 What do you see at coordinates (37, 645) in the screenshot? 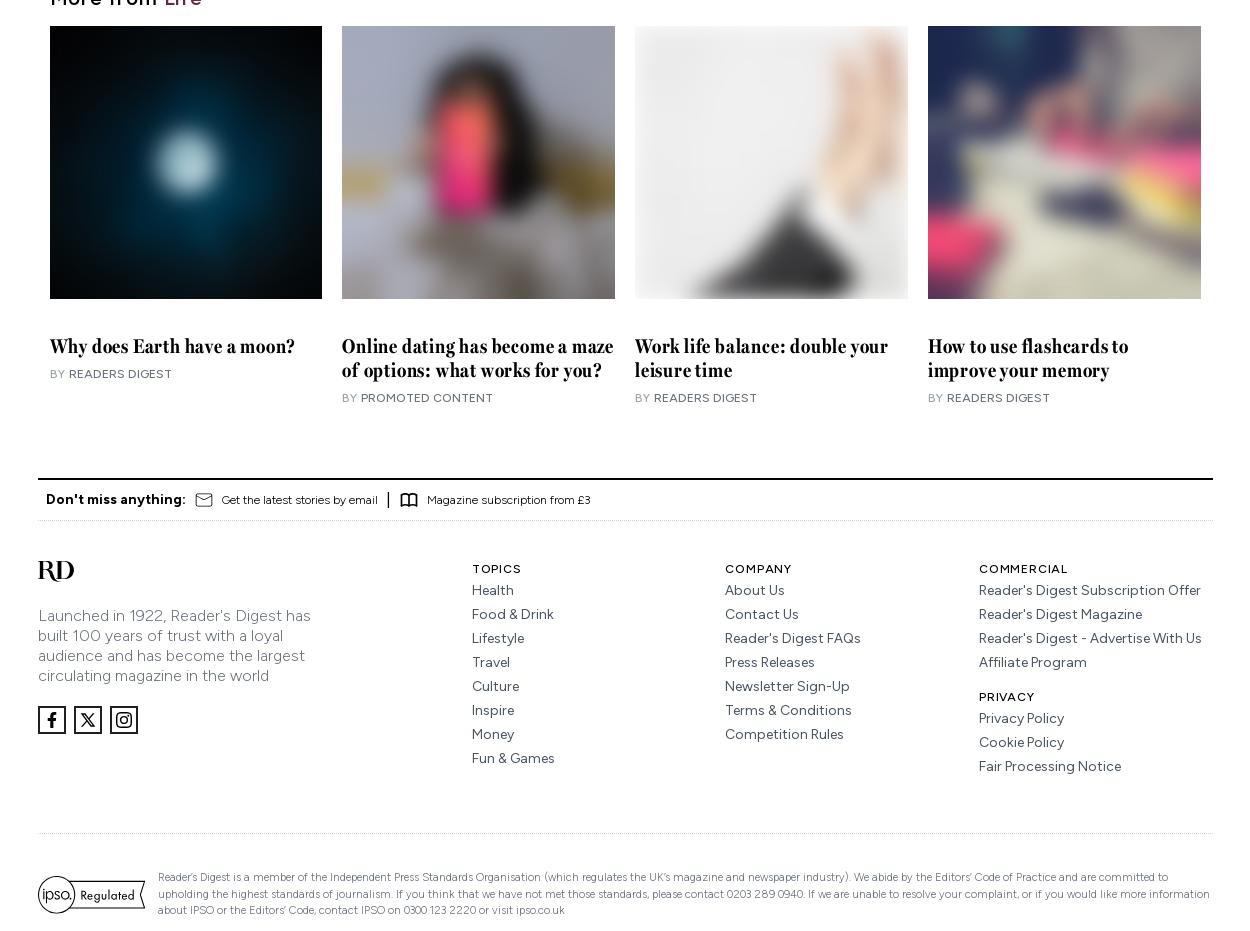
I see `'s Digest has built 100 years of trust with a loyal audience and has become the largest circulating magazine in the world'` at bounding box center [37, 645].